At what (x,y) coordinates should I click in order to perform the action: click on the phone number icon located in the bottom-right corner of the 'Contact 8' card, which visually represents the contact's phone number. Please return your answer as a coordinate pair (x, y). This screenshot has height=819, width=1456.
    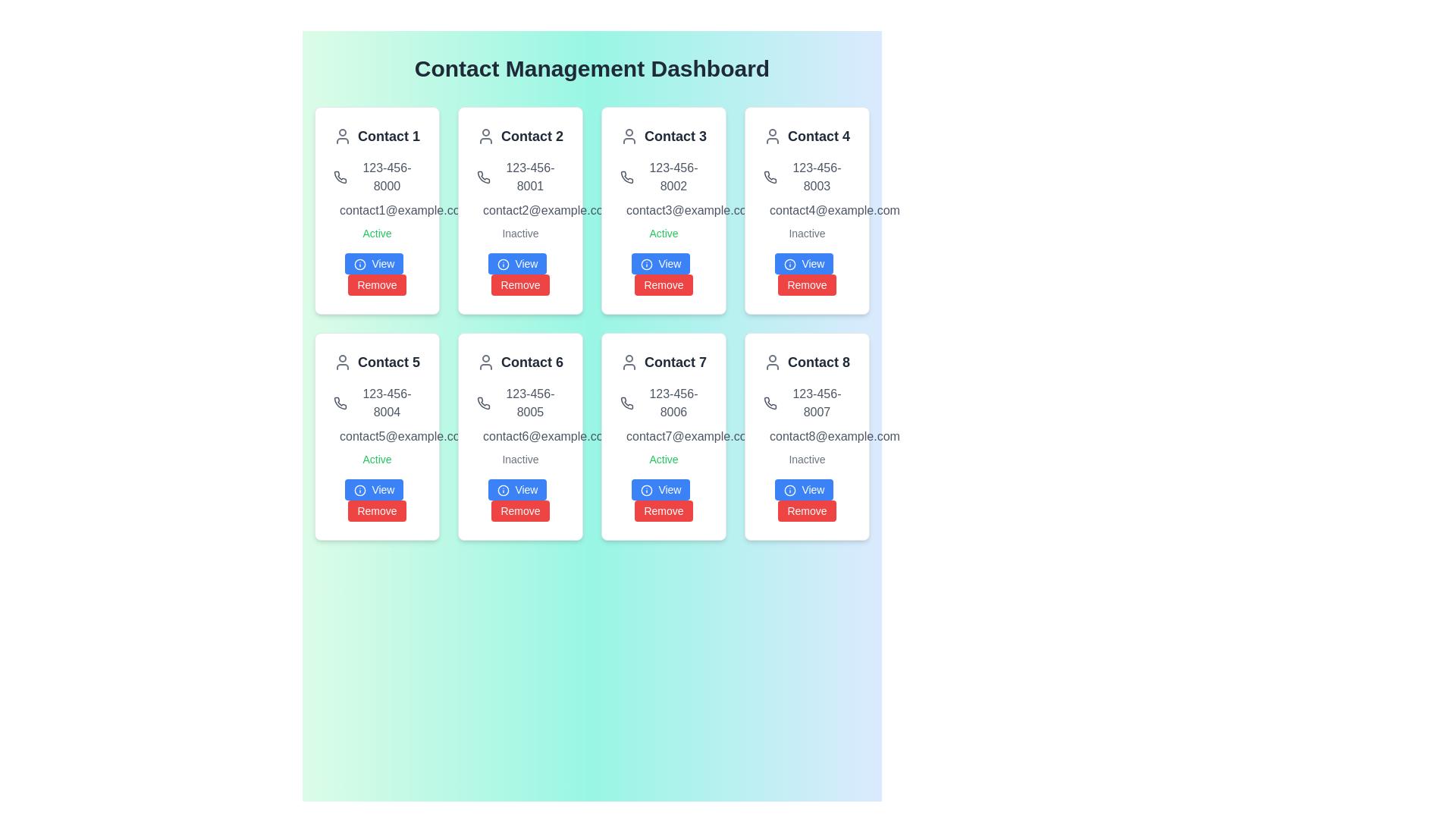
    Looking at the image, I should click on (770, 403).